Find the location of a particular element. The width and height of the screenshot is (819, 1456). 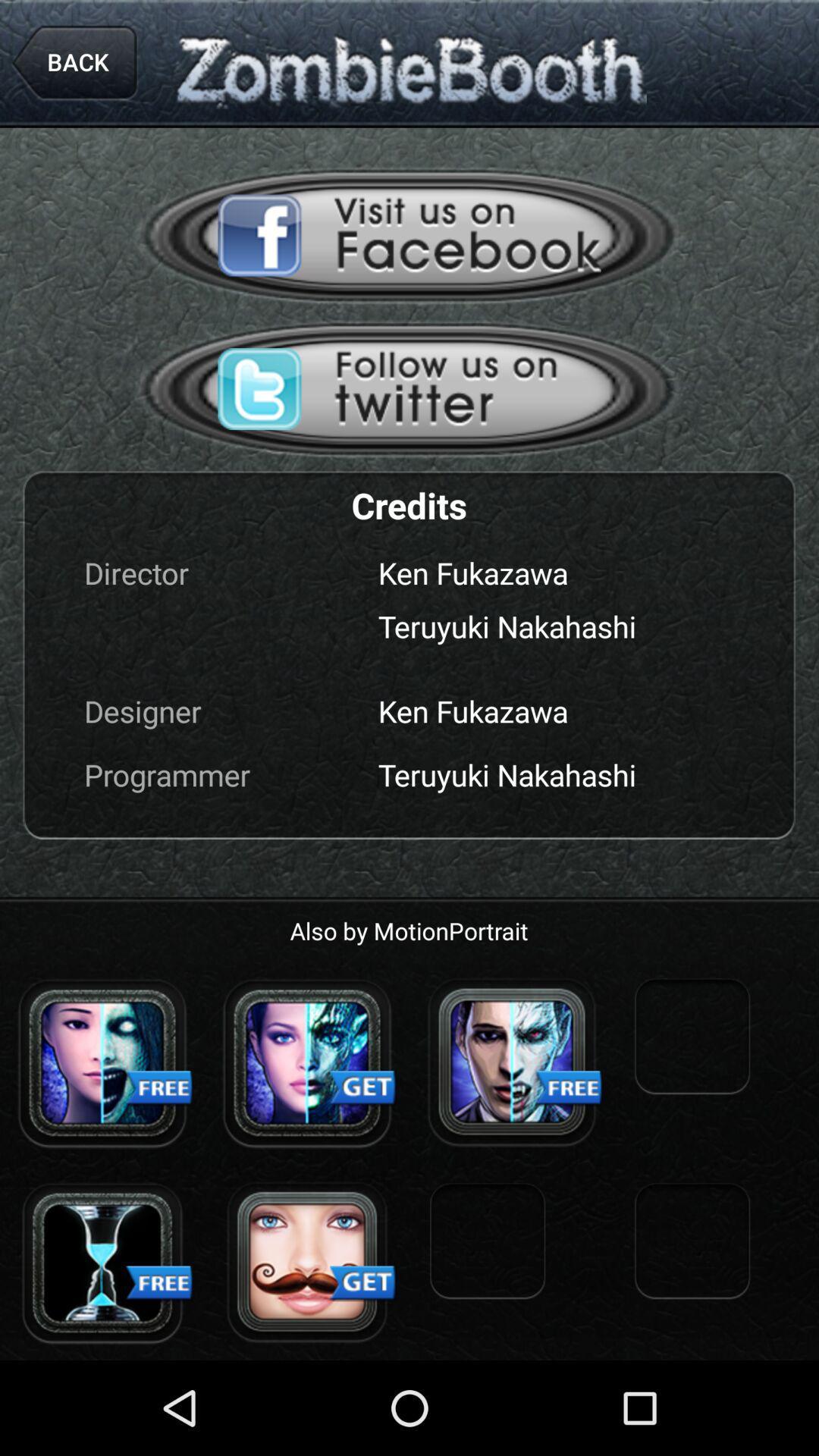

get zombie profile is located at coordinates (307, 1263).